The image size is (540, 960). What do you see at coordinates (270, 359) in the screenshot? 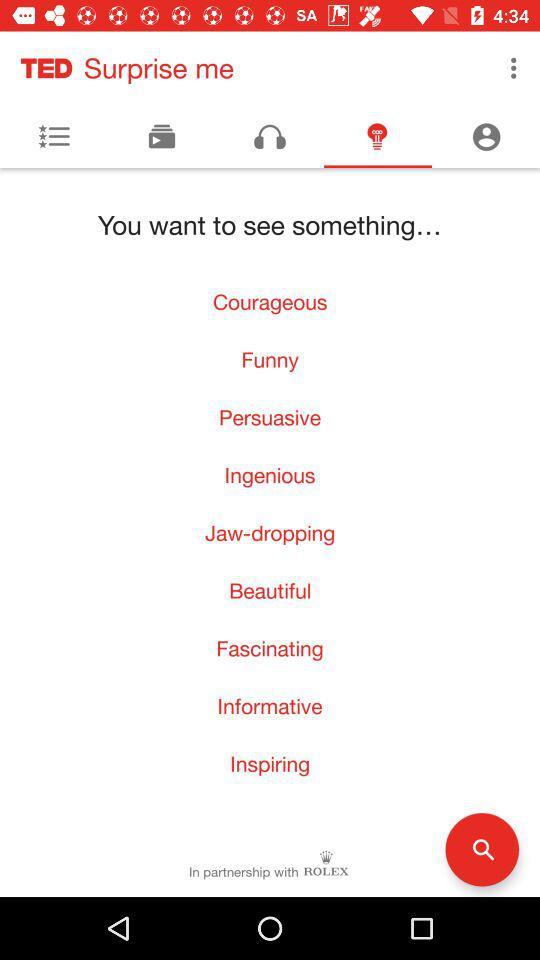
I see `item below courageous icon` at bounding box center [270, 359].